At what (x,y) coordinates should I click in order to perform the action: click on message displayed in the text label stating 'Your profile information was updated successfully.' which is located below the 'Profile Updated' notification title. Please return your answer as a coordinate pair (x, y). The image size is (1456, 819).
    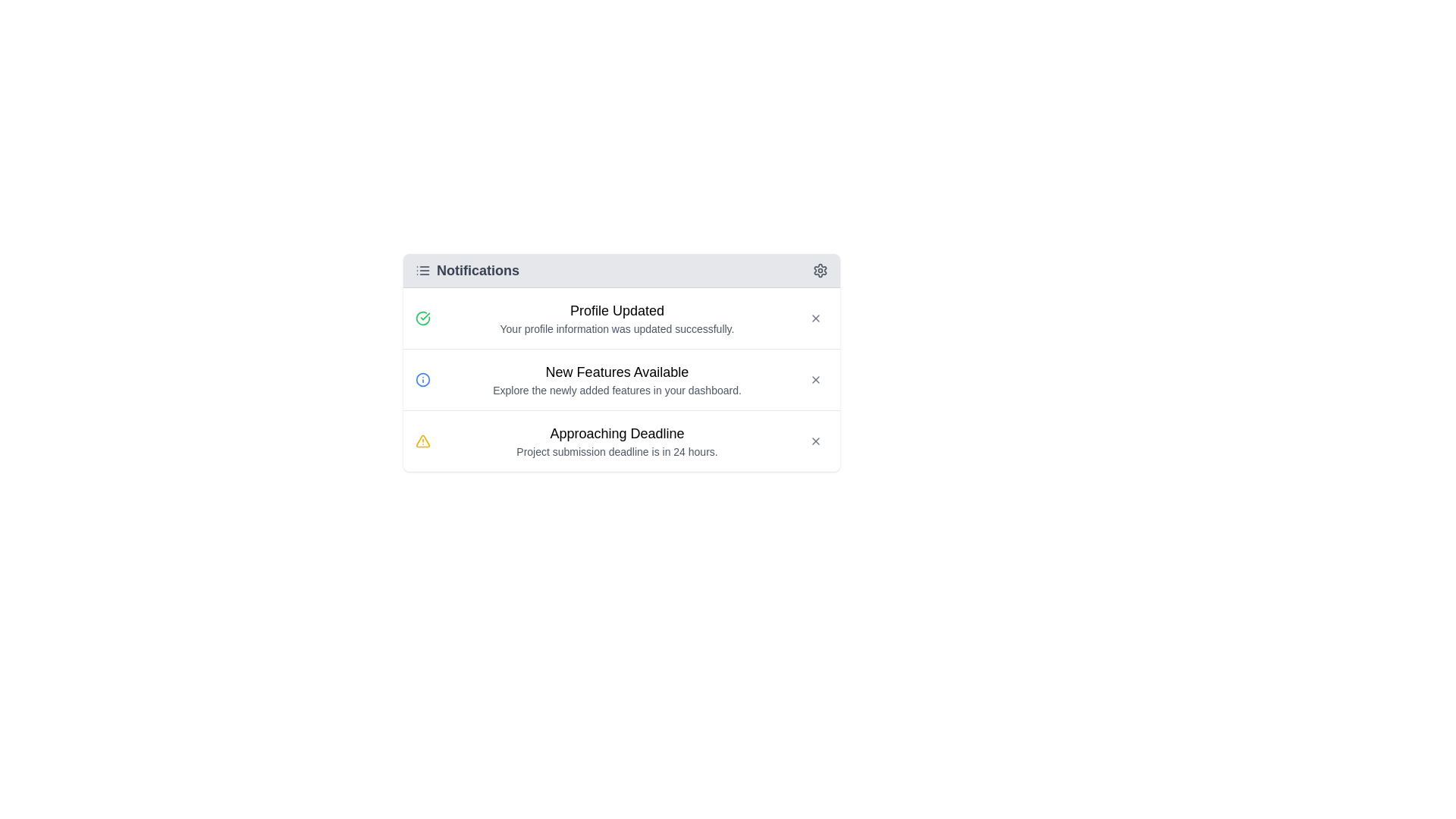
    Looking at the image, I should click on (617, 328).